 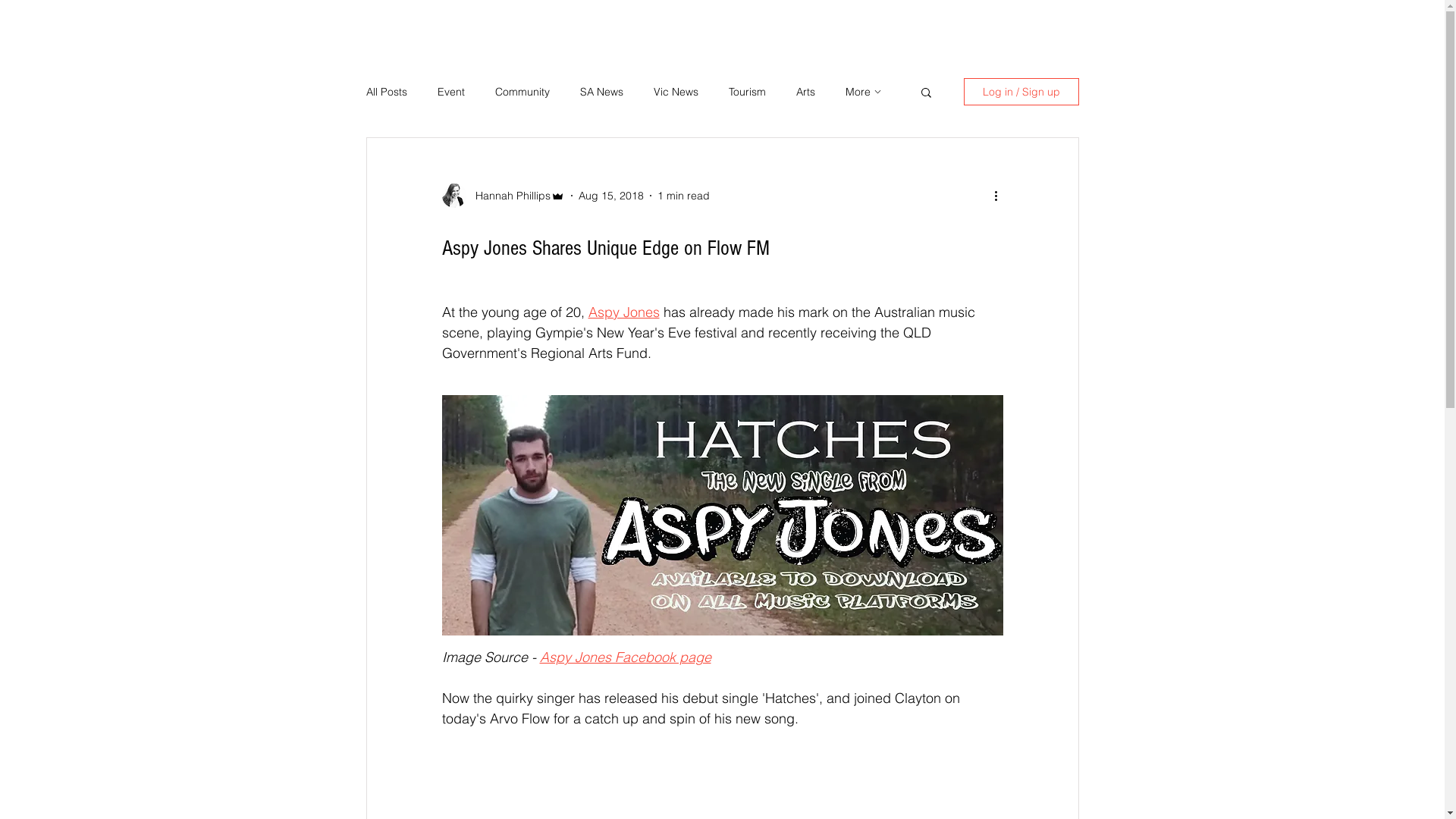 What do you see at coordinates (720, 794) in the screenshot?
I see `'remote content'` at bounding box center [720, 794].